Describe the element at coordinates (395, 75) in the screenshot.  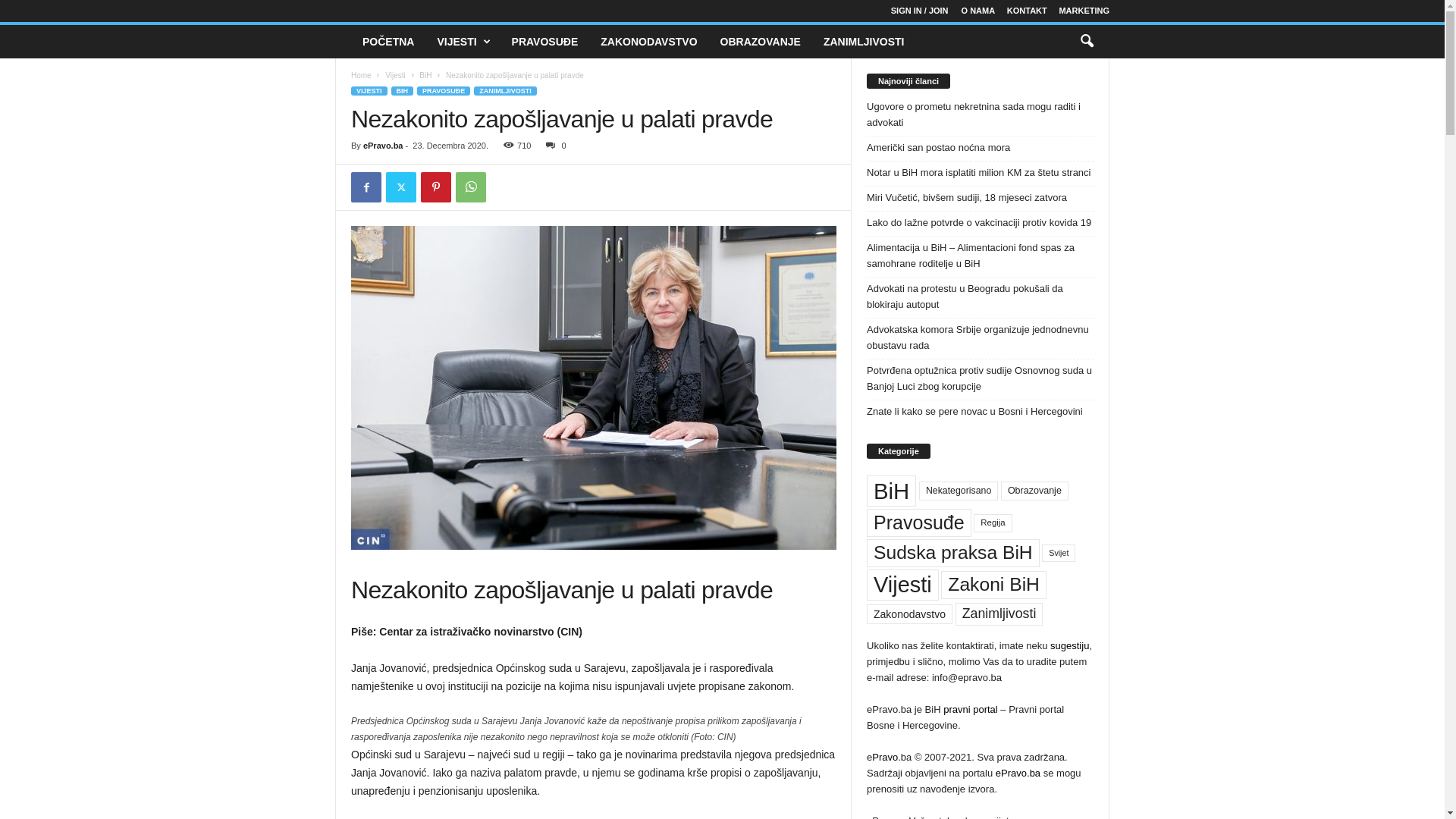
I see `'Vijesti'` at that location.